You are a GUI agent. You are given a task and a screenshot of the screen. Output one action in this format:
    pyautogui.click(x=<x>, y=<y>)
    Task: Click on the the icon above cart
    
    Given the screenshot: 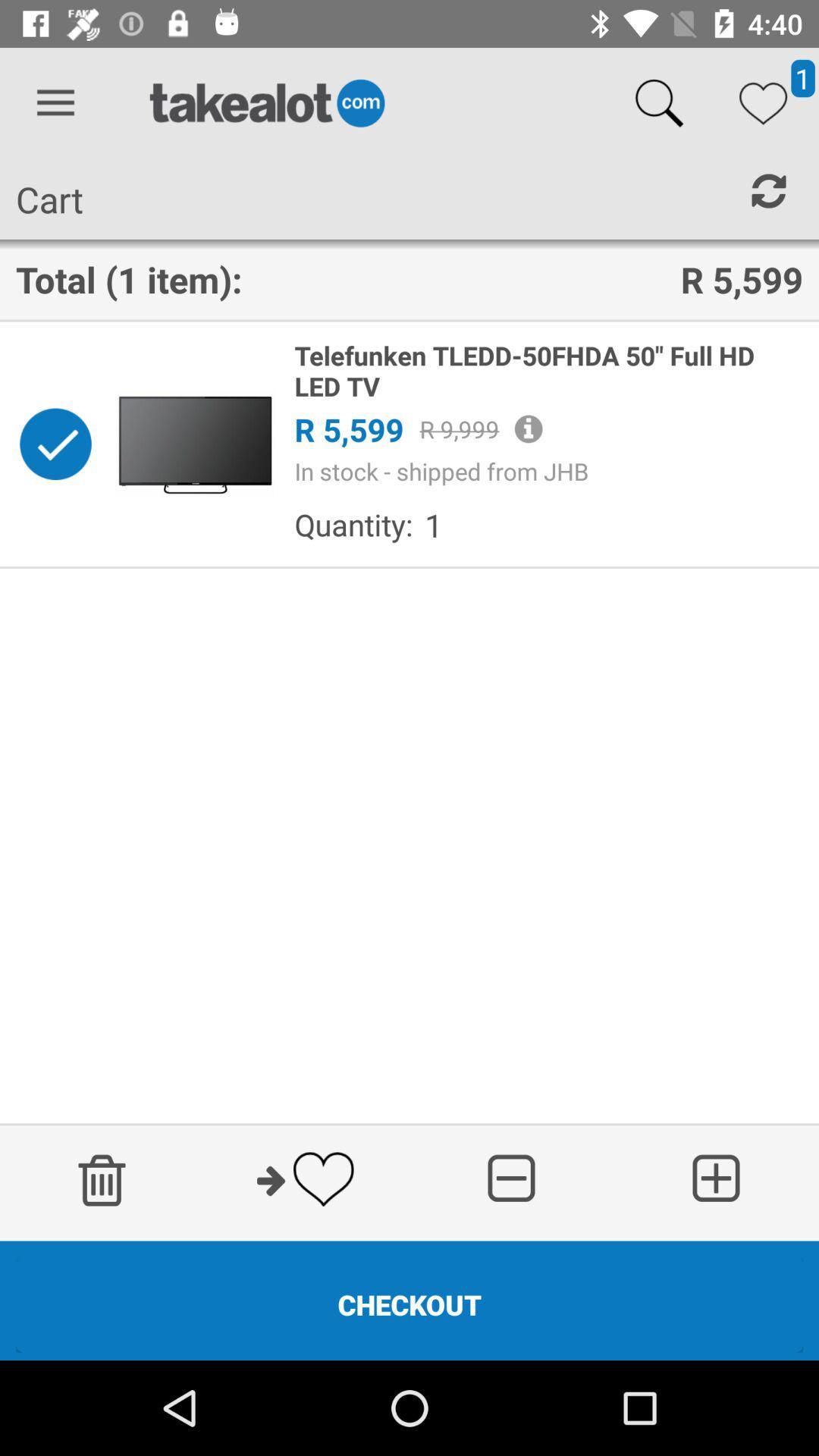 What is the action you would take?
    pyautogui.click(x=55, y=102)
    